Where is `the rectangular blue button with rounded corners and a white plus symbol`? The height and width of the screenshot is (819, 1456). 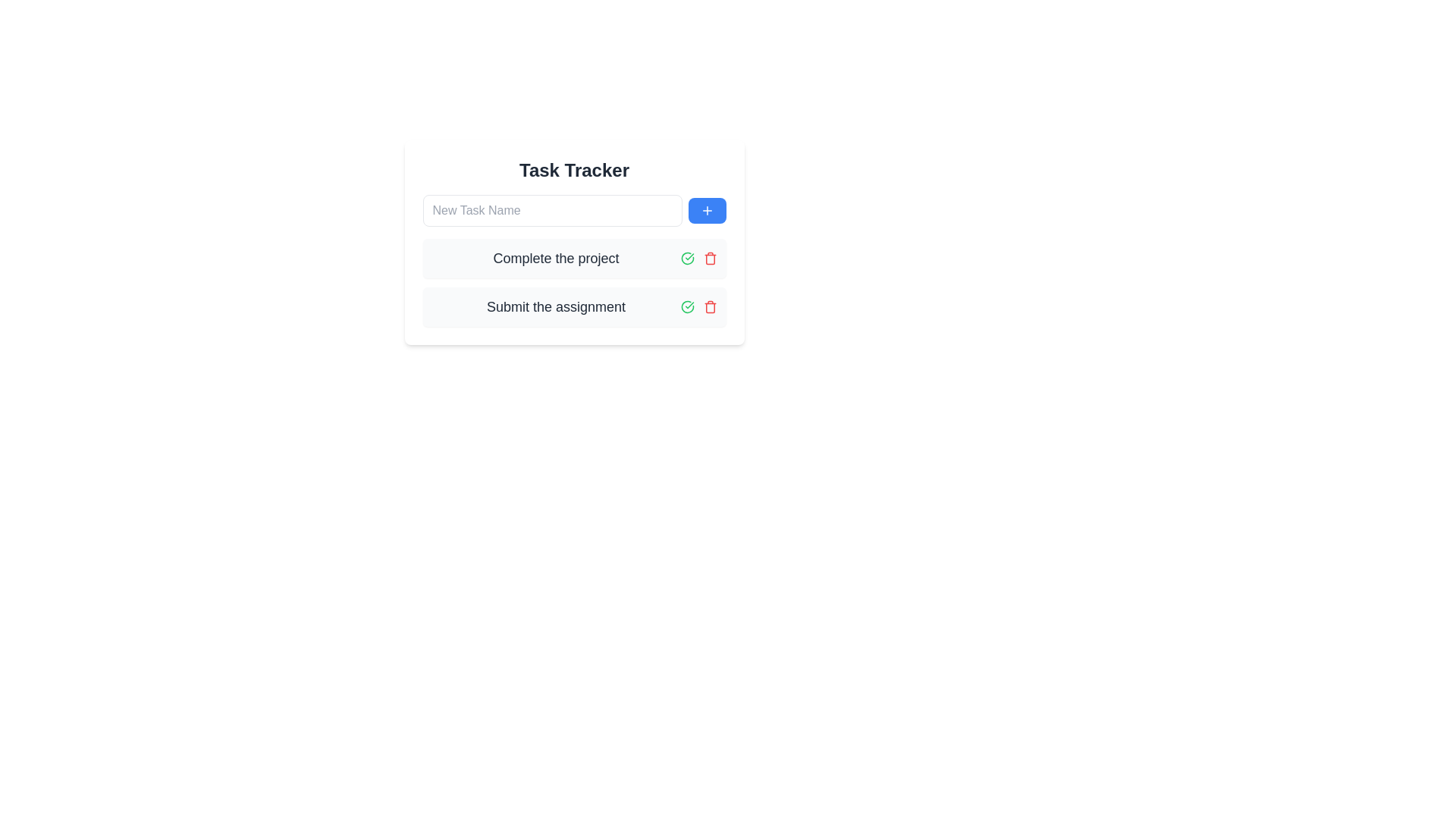
the rectangular blue button with rounded corners and a white plus symbol is located at coordinates (706, 210).